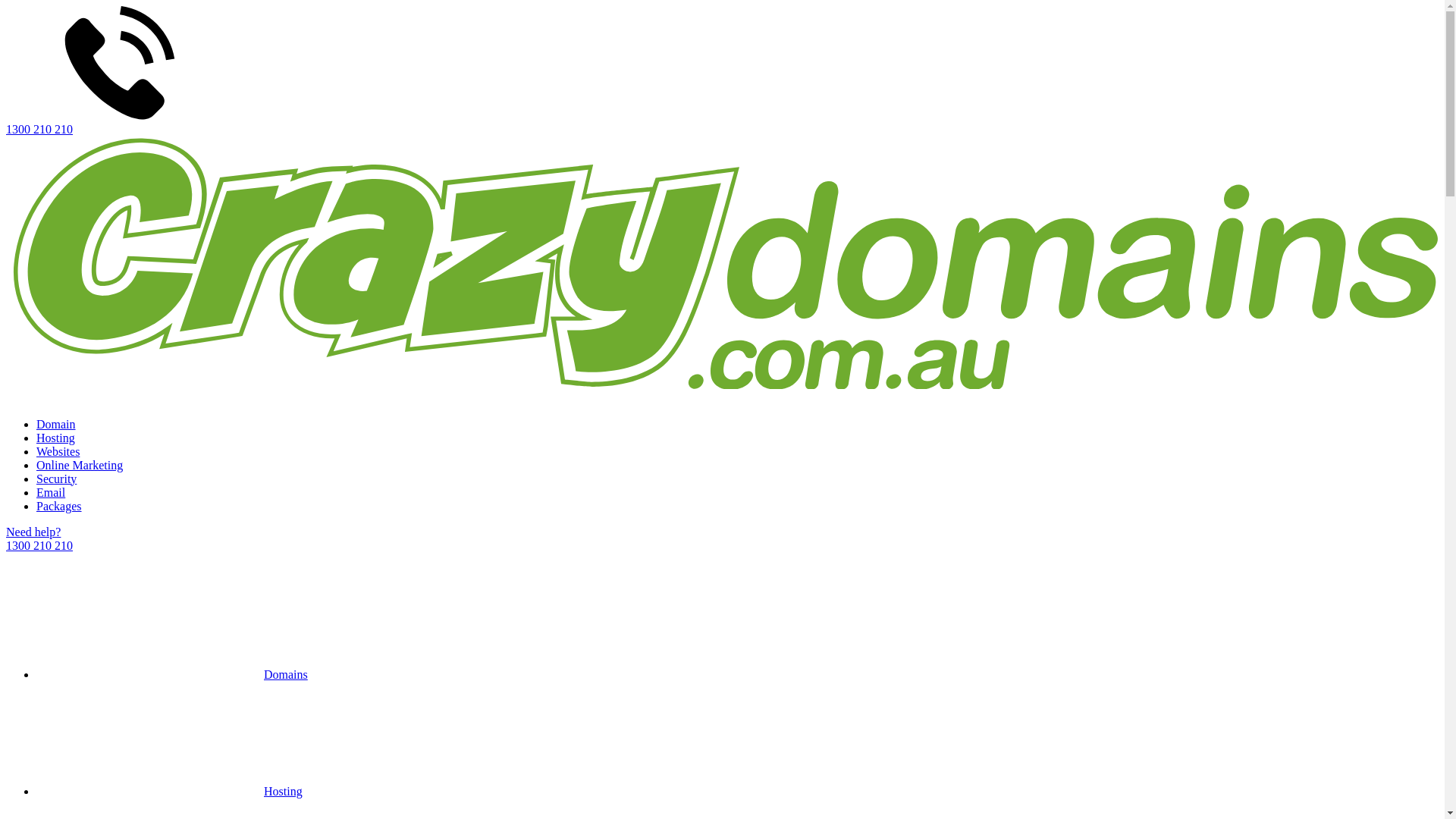 Image resolution: width=1456 pixels, height=819 pixels. What do you see at coordinates (58, 450) in the screenshot?
I see `'Websites'` at bounding box center [58, 450].